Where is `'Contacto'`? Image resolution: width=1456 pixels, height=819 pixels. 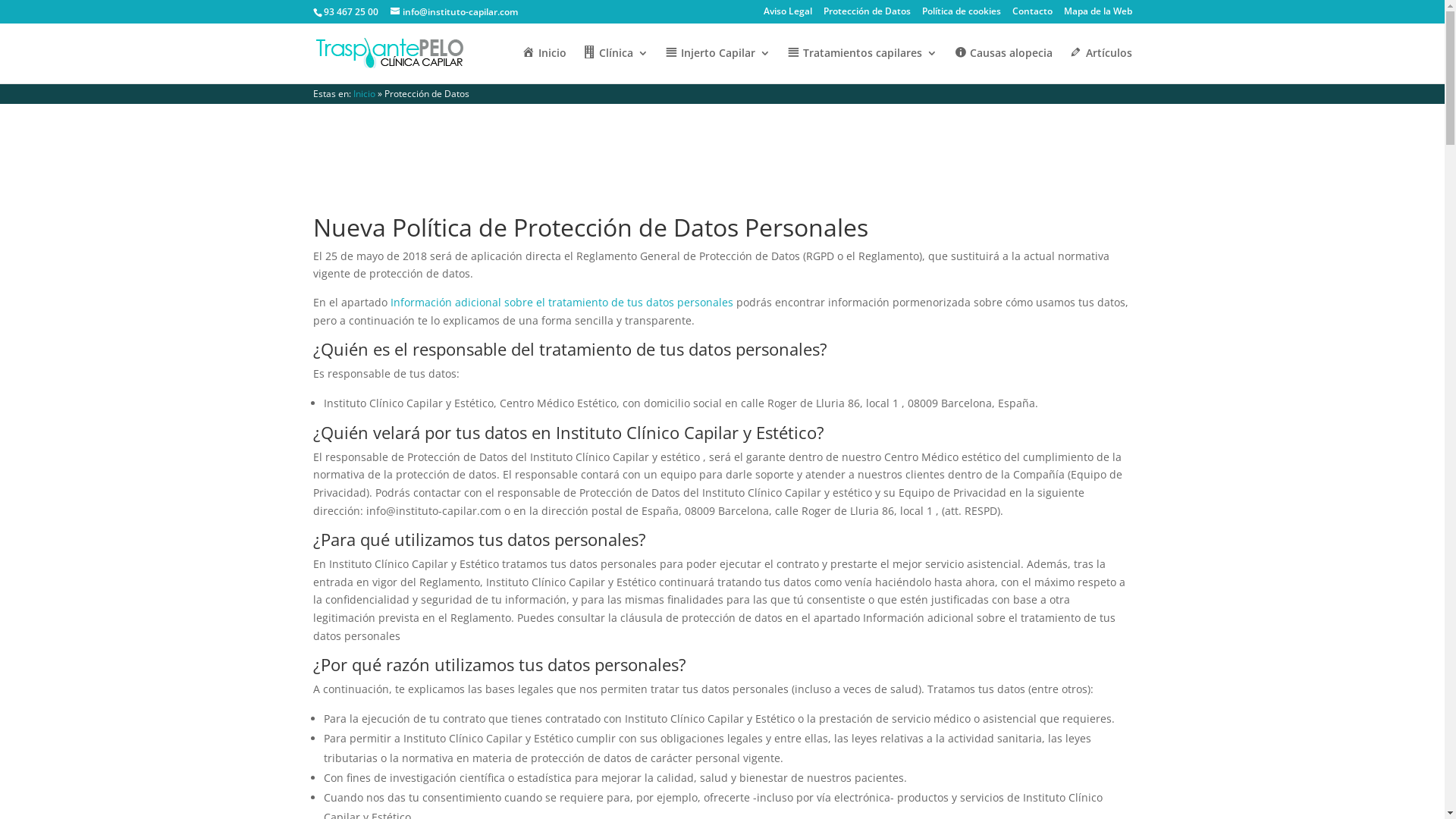
'Contacto' is located at coordinates (1031, 14).